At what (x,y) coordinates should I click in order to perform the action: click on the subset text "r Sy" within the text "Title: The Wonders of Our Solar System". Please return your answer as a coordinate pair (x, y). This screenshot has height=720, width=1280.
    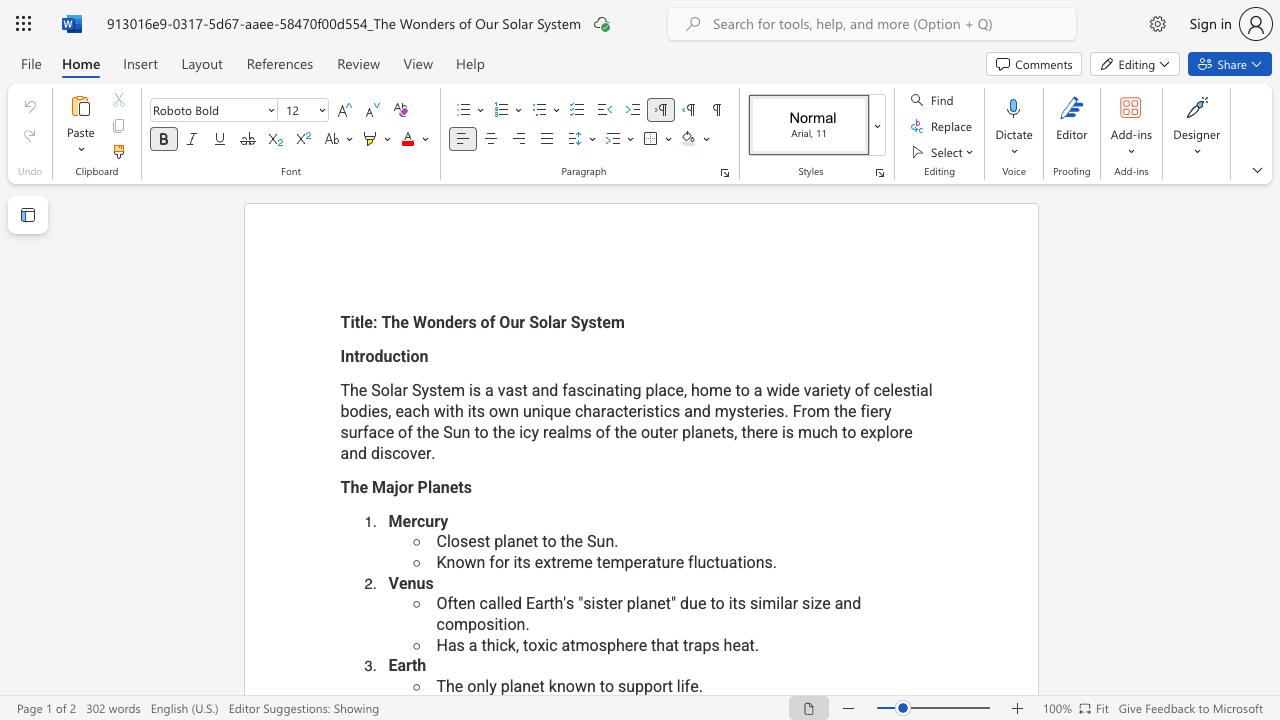
    Looking at the image, I should click on (560, 321).